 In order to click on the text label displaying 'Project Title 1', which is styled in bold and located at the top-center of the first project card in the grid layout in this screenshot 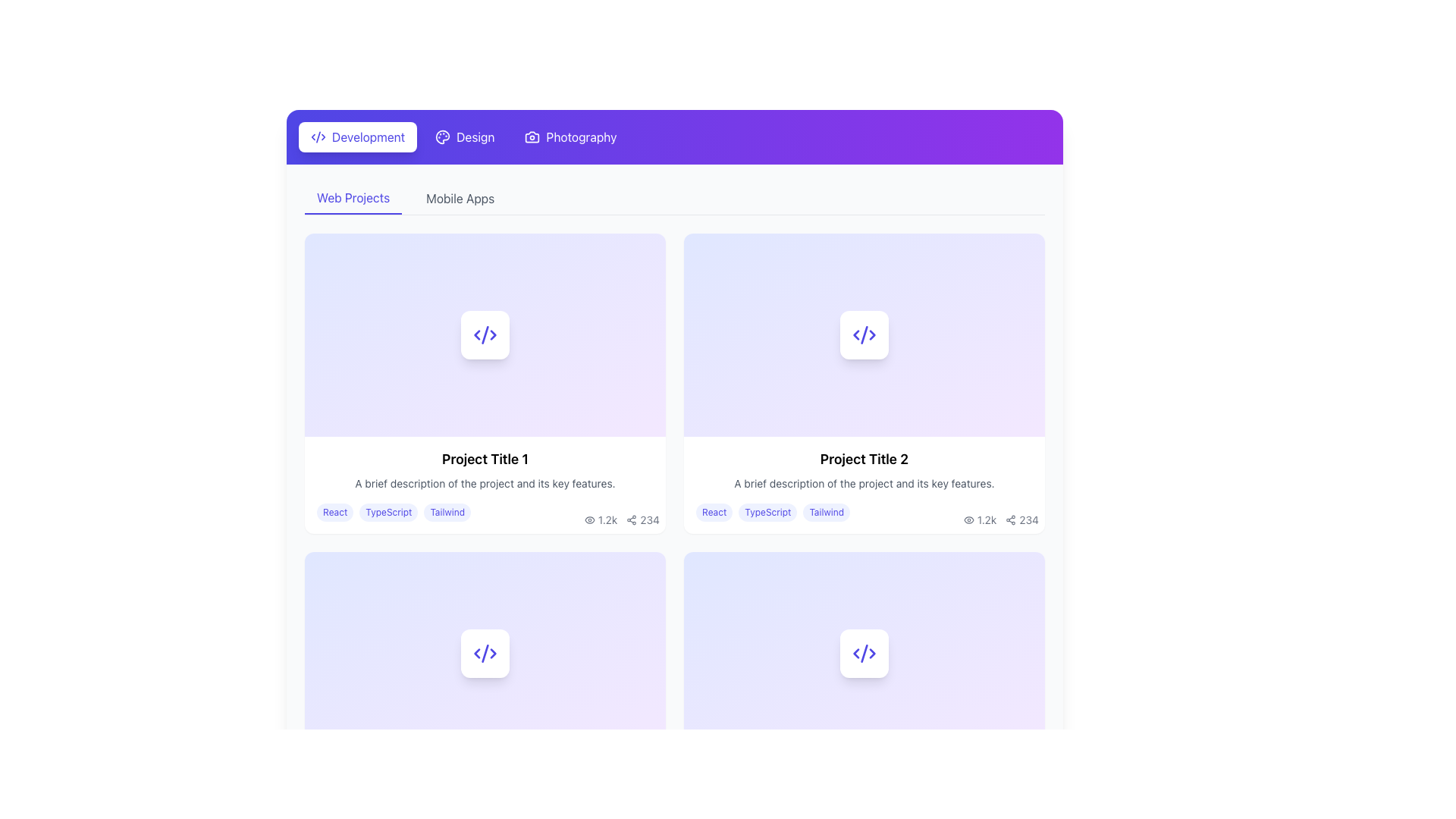, I will do `click(484, 458)`.